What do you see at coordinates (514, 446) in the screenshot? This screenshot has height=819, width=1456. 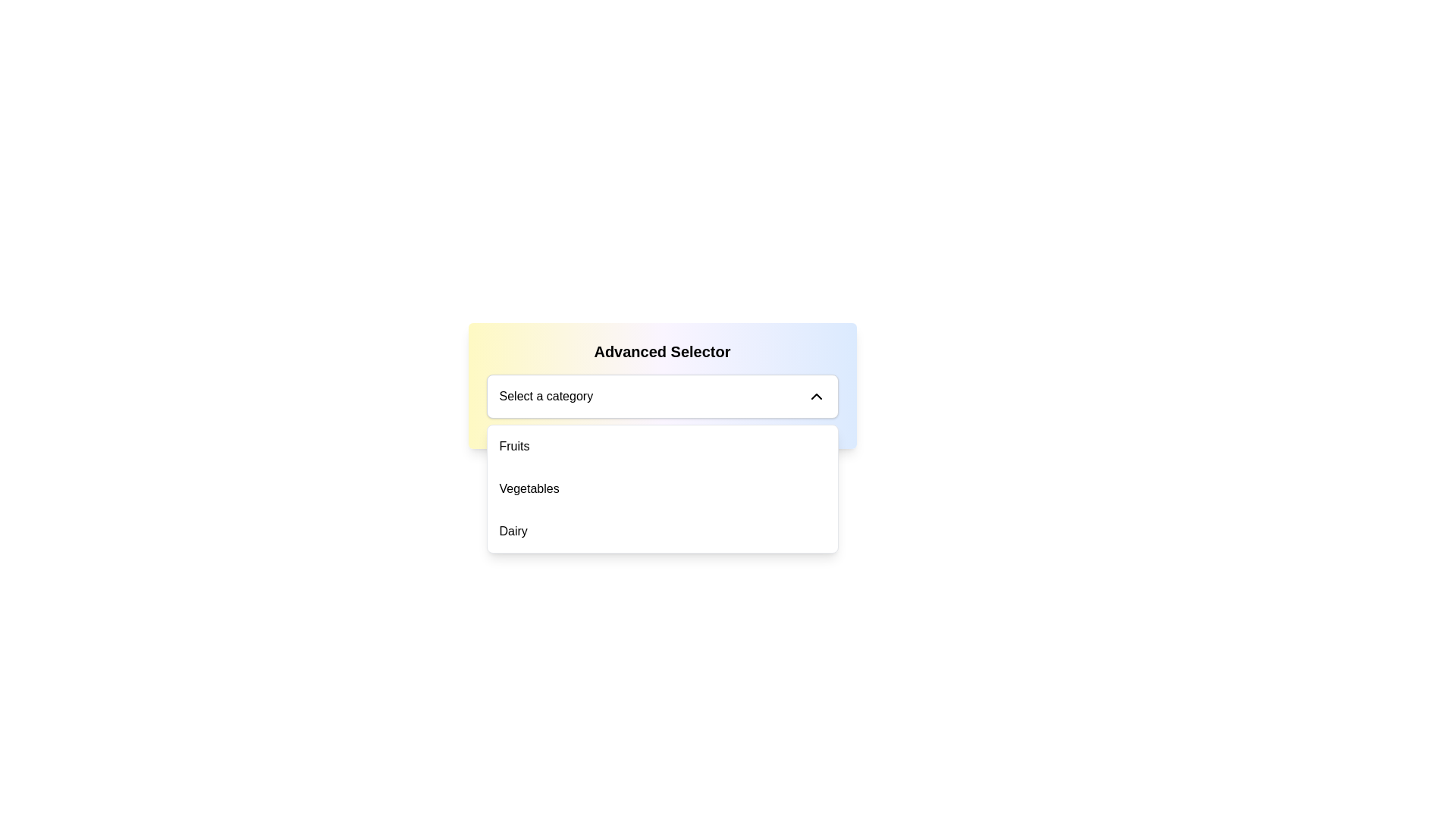 I see `the 'Fruits' option in the dropdown menu` at bounding box center [514, 446].